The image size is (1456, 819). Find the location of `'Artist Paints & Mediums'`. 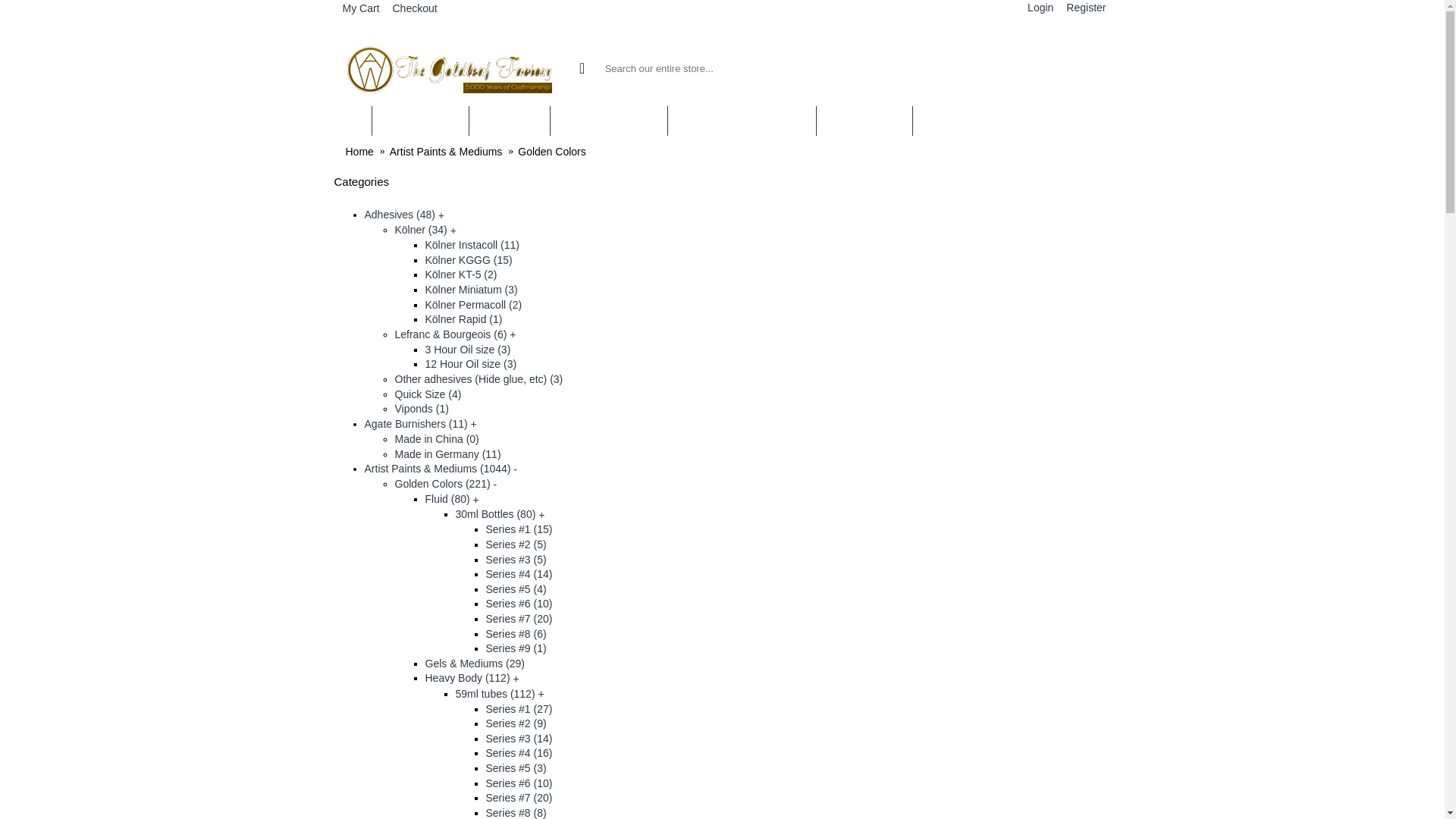

'Artist Paints & Mediums' is located at coordinates (389, 152).